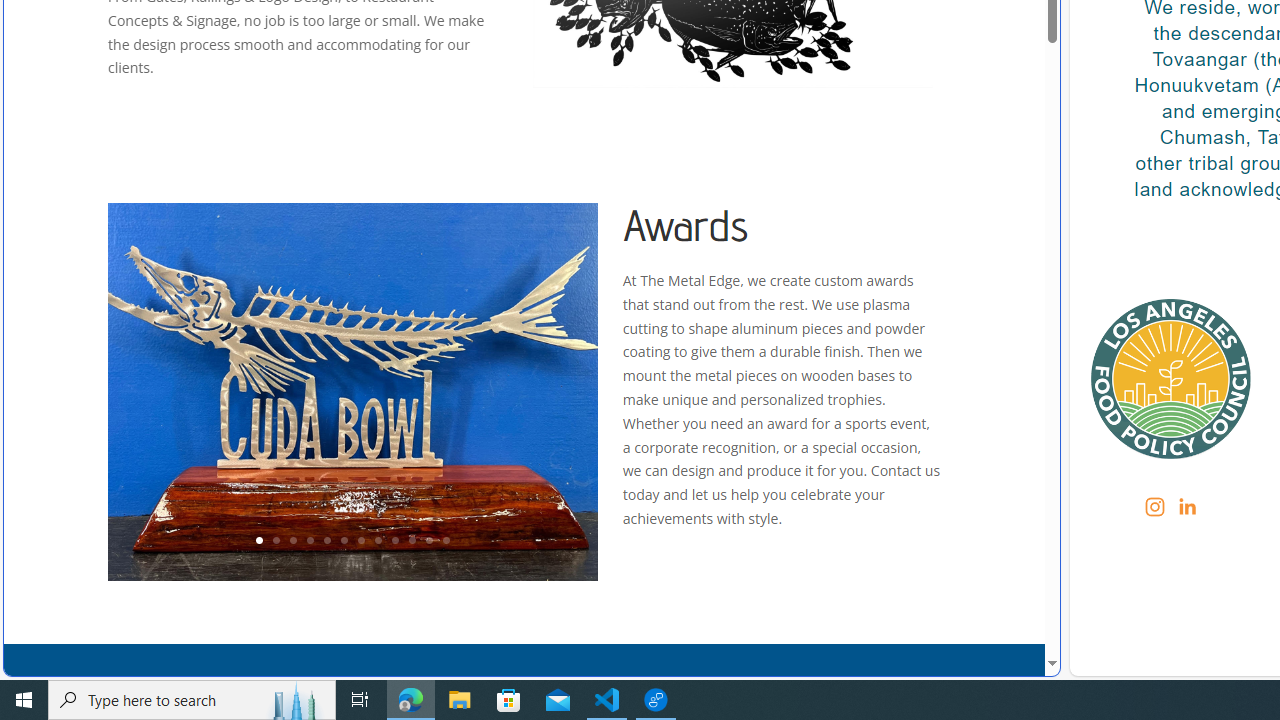  I want to click on '8', so click(377, 541).